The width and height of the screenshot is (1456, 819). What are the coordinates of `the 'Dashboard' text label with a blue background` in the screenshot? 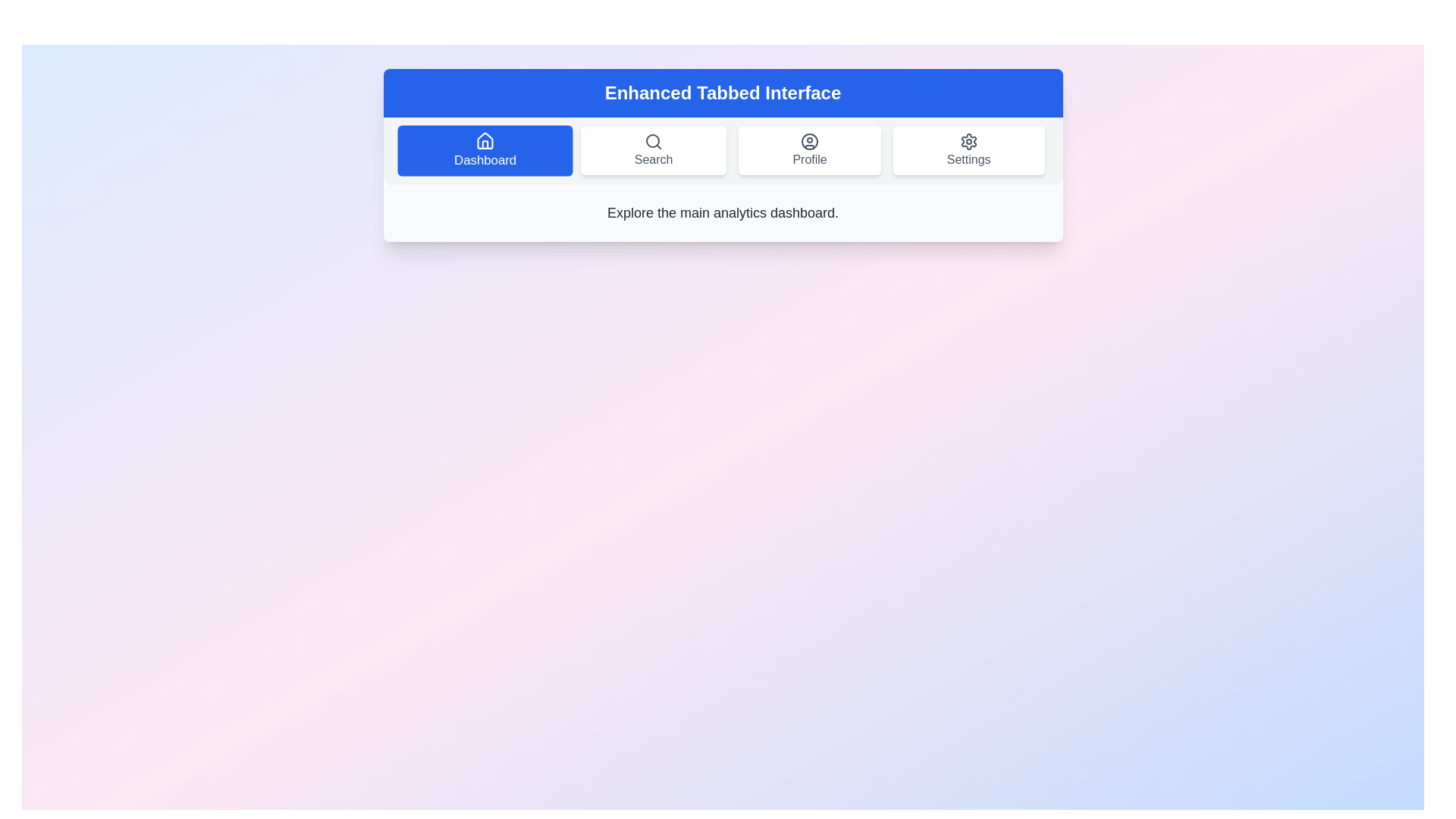 It's located at (484, 160).